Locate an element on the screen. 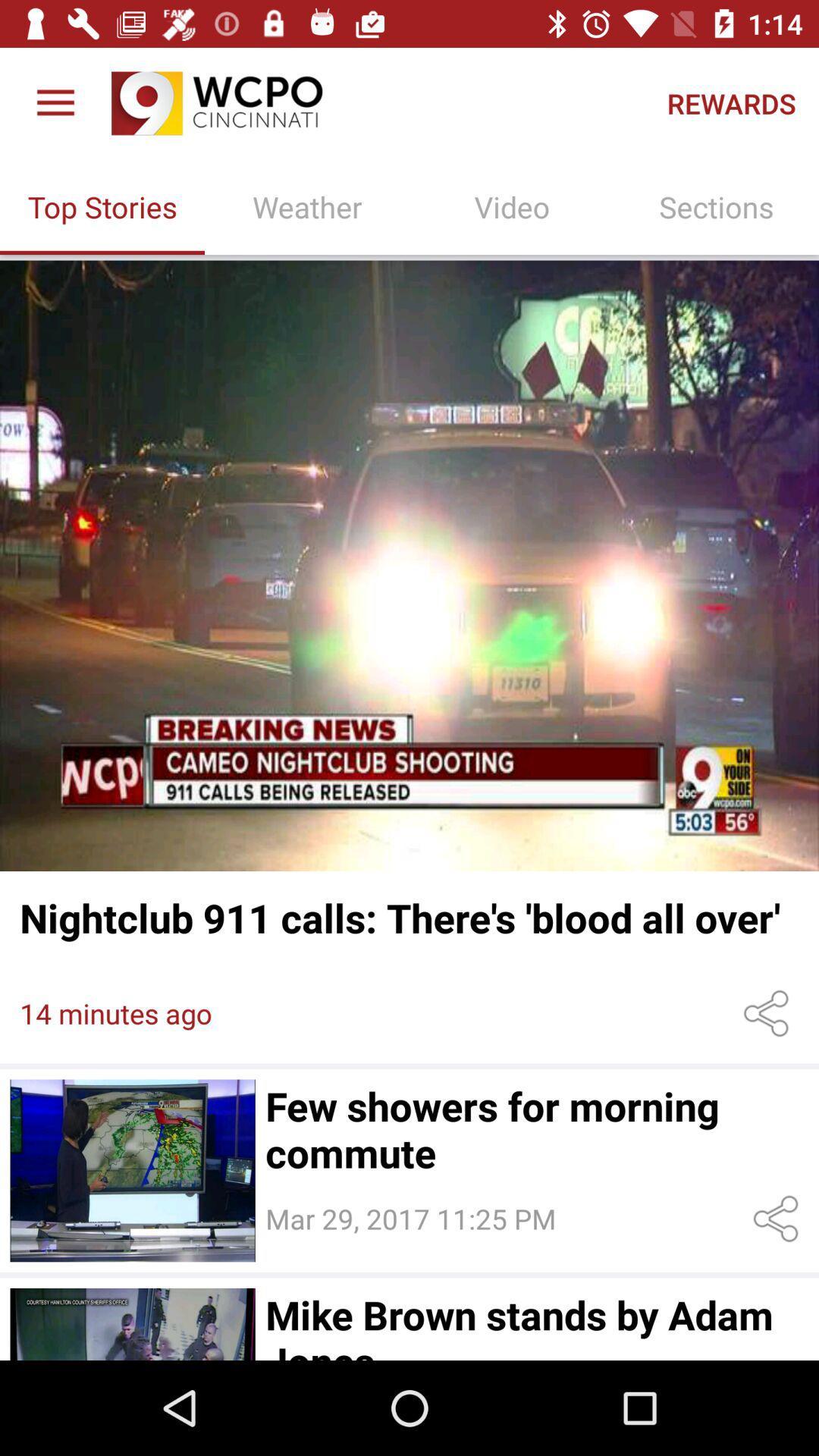 The height and width of the screenshot is (1456, 819). share article is located at coordinates (769, 1013).